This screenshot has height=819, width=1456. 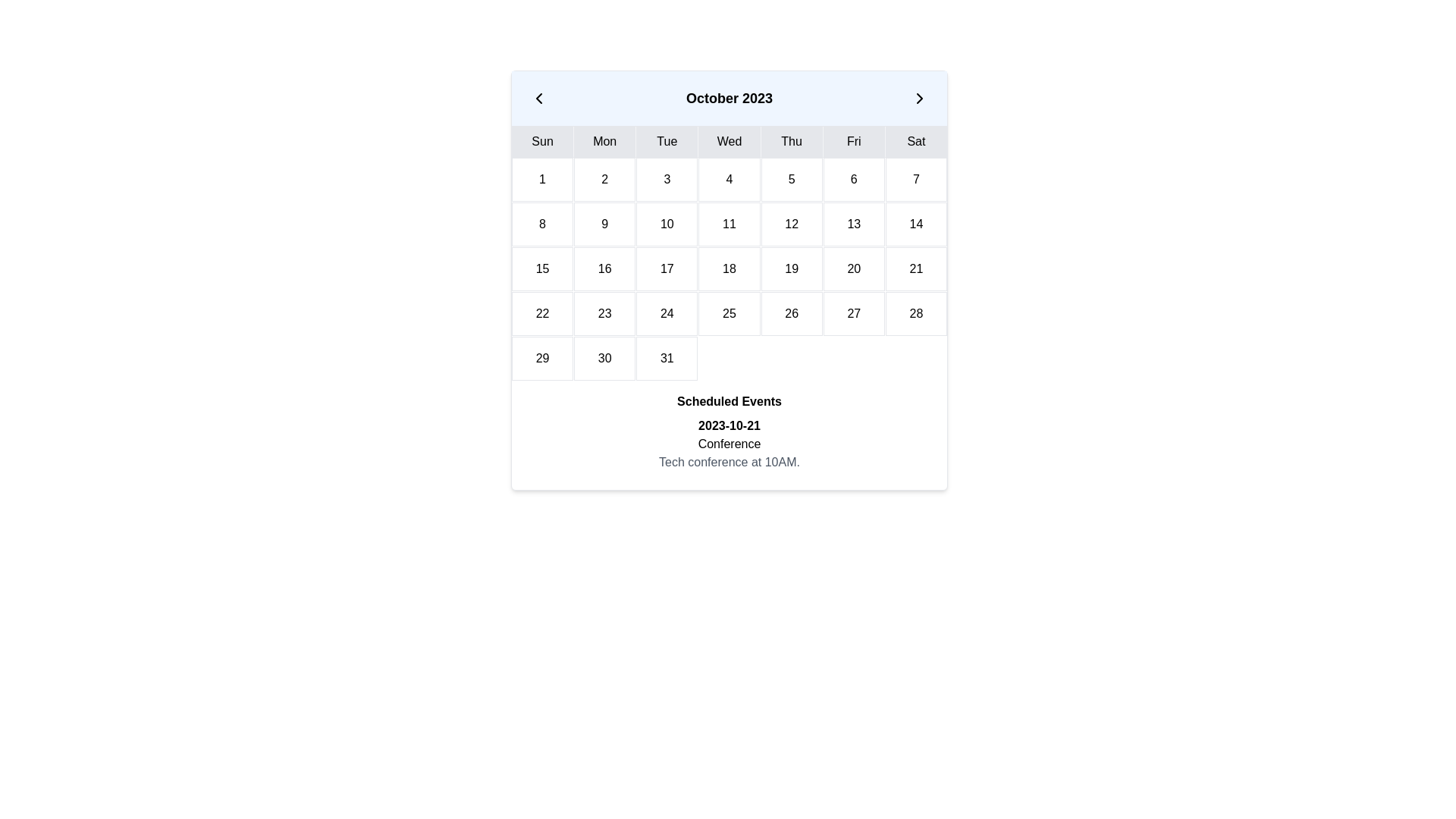 What do you see at coordinates (667, 268) in the screenshot?
I see `the Calendar Date Tile that displays the number '17'` at bounding box center [667, 268].